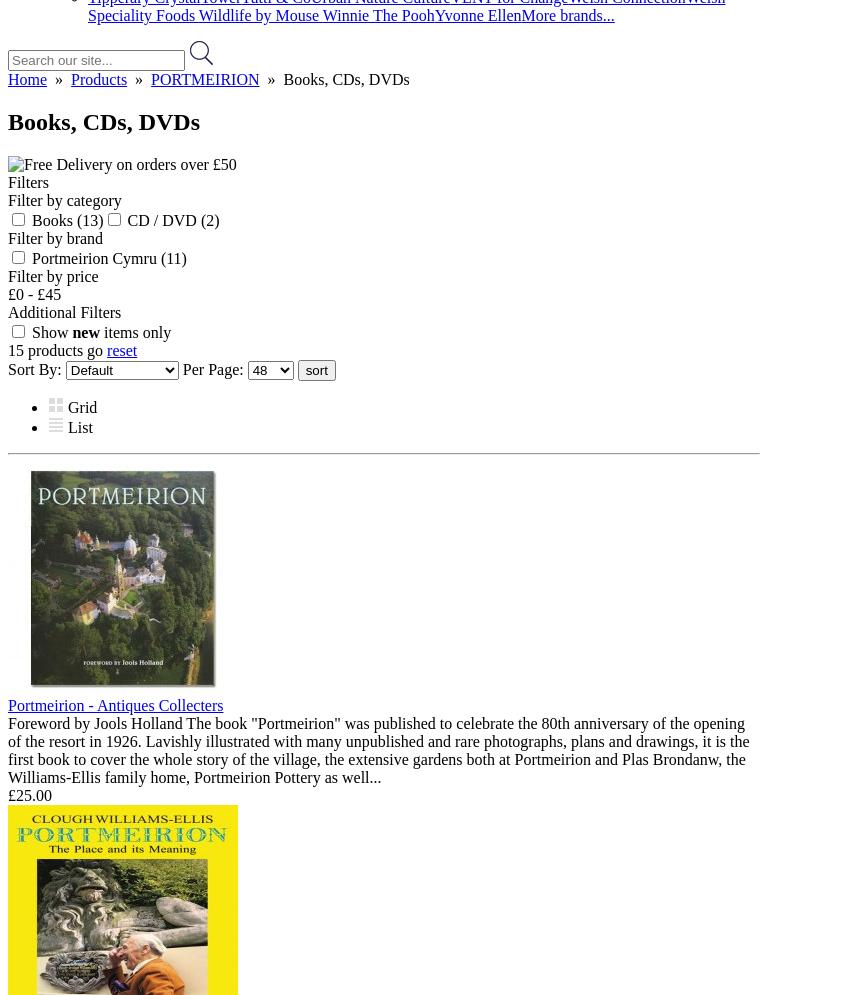  Describe the element at coordinates (7, 198) in the screenshot. I see `'Filter by category'` at that location.